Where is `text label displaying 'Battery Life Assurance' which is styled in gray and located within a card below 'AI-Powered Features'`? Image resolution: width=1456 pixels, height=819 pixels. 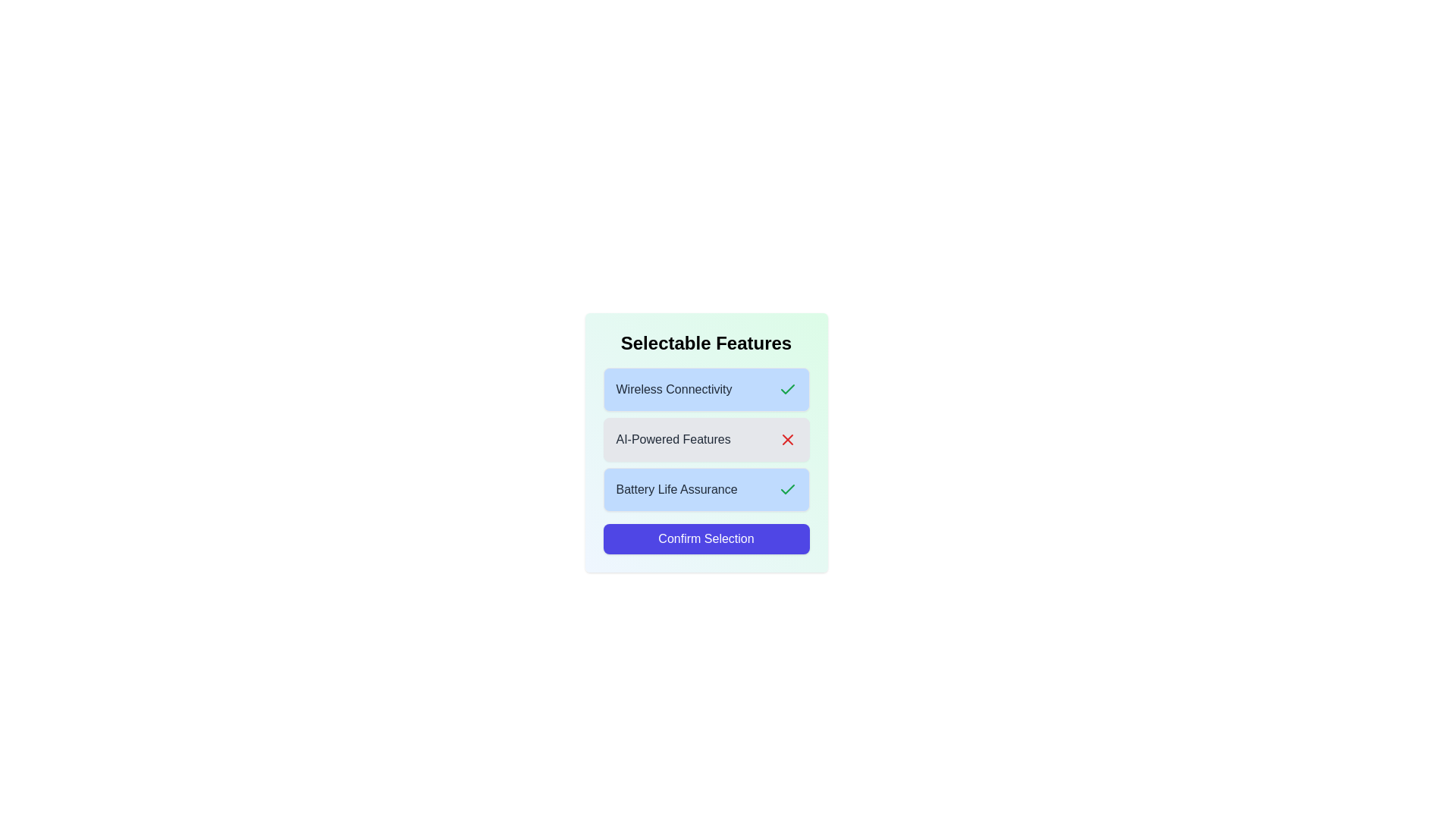
text label displaying 'Battery Life Assurance' which is styled in gray and located within a card below 'AI-Powered Features' is located at coordinates (676, 489).